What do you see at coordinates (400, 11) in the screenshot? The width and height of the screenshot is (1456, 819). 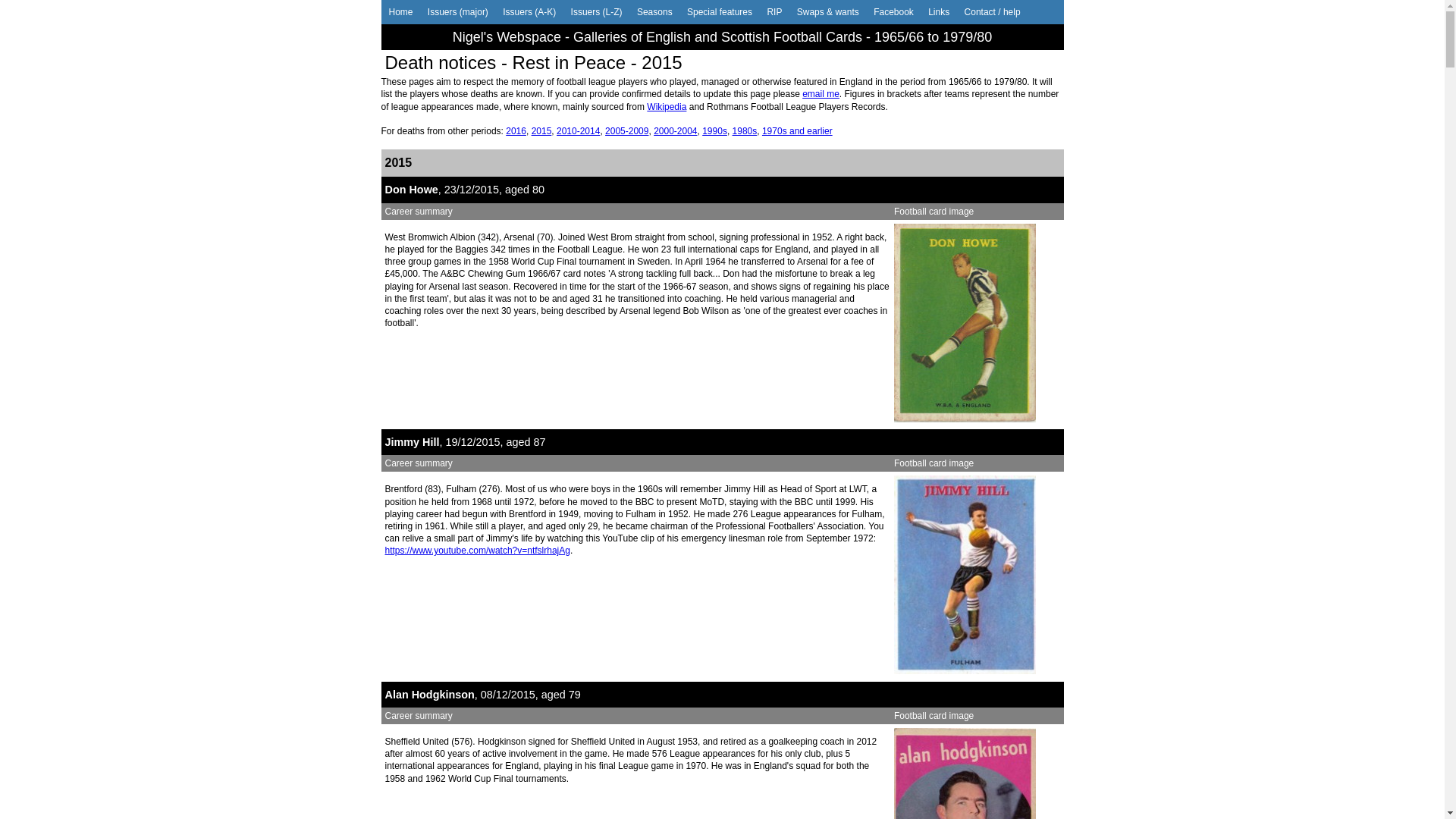 I see `'Home'` at bounding box center [400, 11].